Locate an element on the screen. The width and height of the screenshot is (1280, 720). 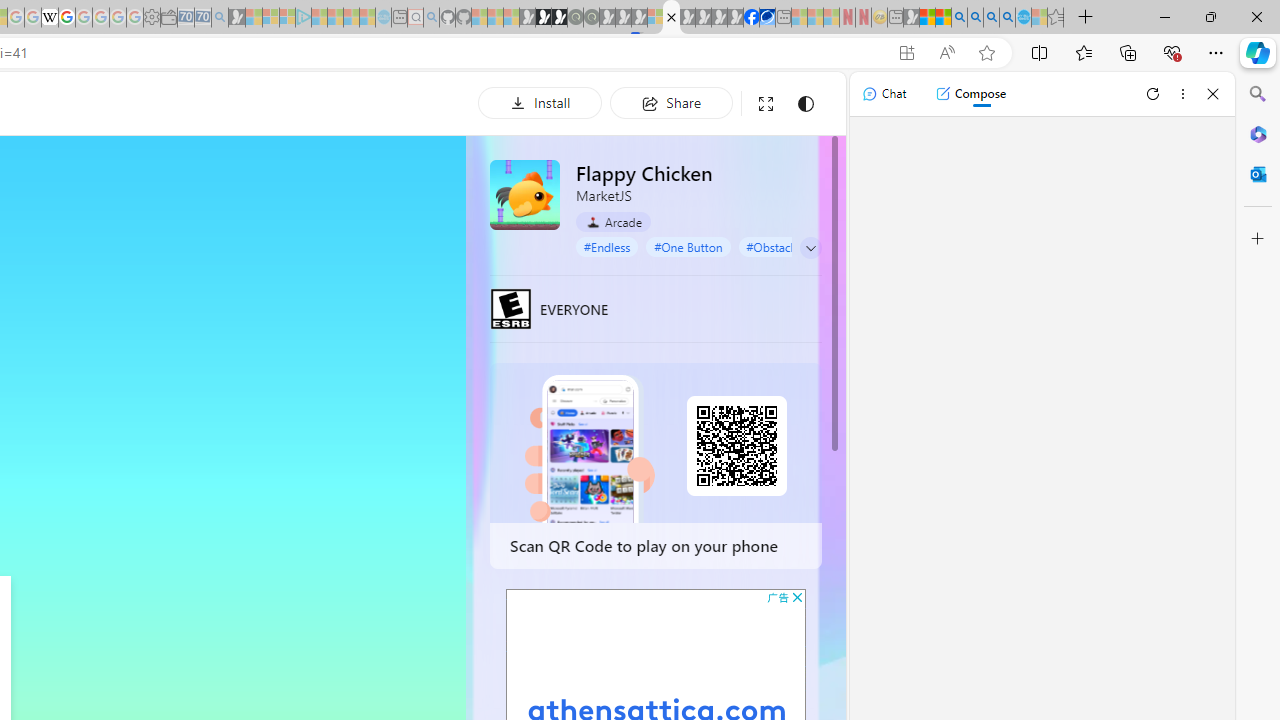
'2009 Bing officially replaced Live Search on June 3 - Search' is located at coordinates (975, 17).